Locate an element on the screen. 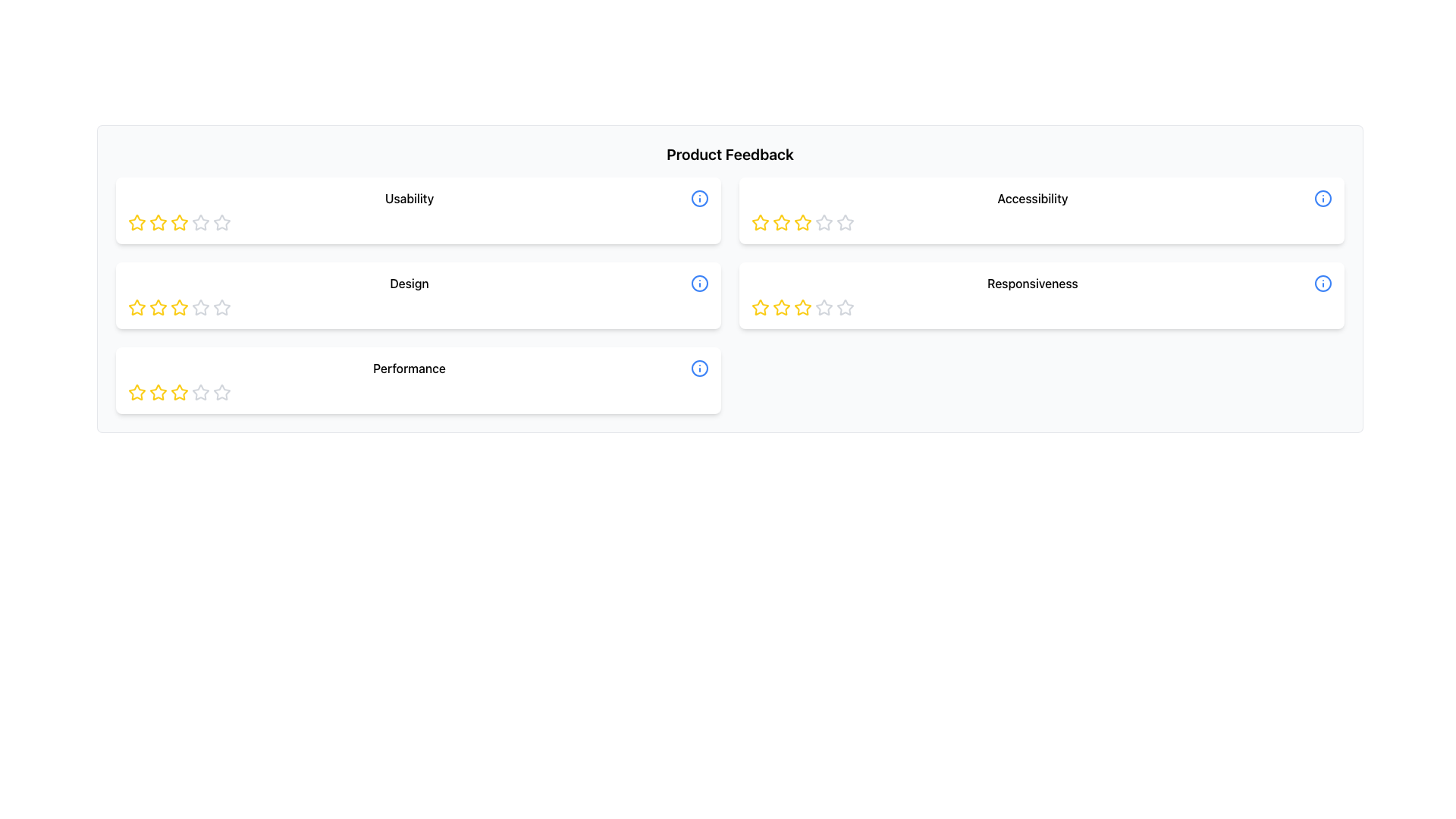 This screenshot has height=819, width=1456. the second yellow star-shaped rating icon in the Accessibility section to visualize hover effects is located at coordinates (782, 222).